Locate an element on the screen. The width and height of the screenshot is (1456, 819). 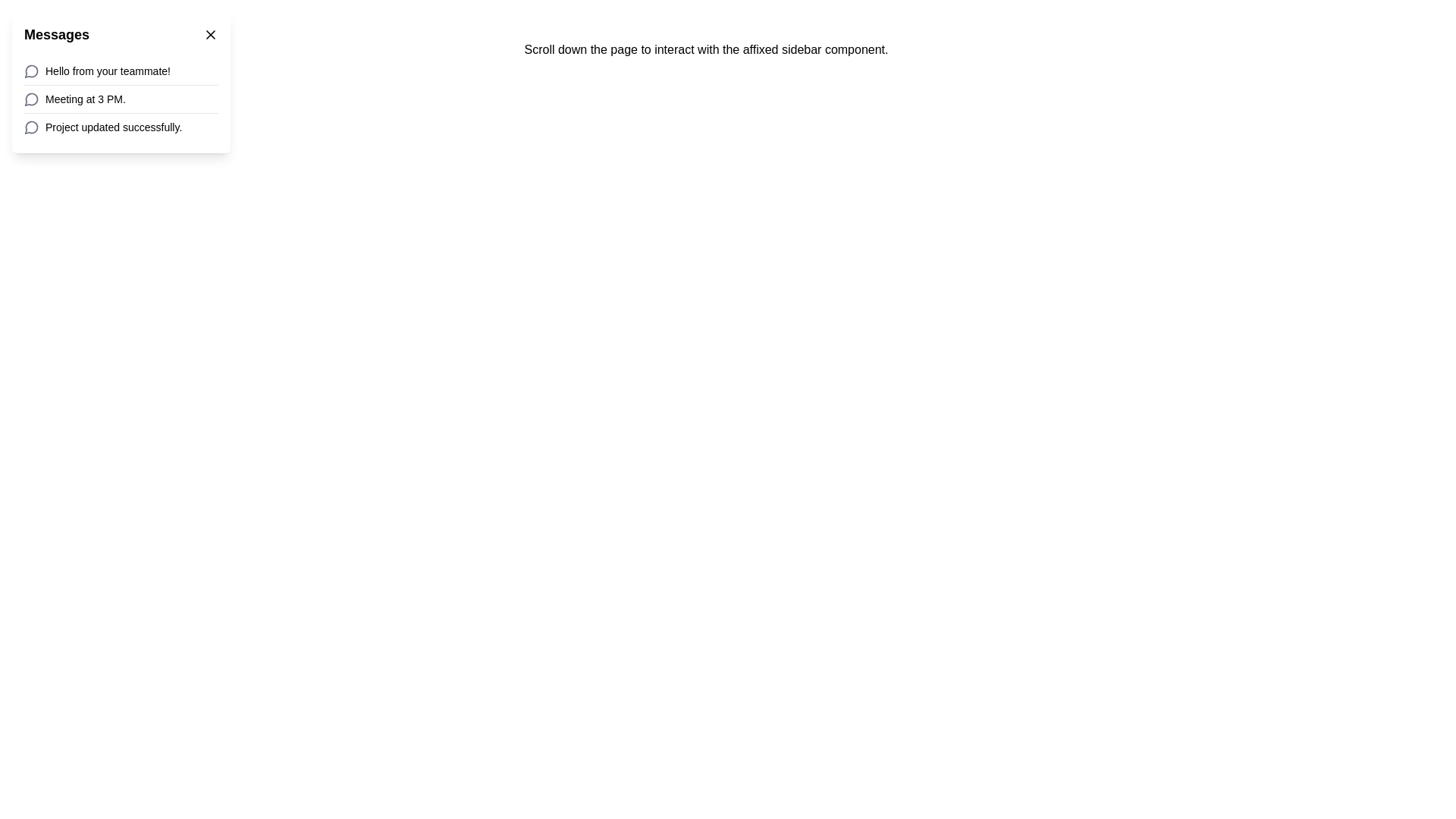
text snippet labeled 'Meeting at 3 PM.' which is the second item in the message list located in the sidebar is located at coordinates (84, 99).